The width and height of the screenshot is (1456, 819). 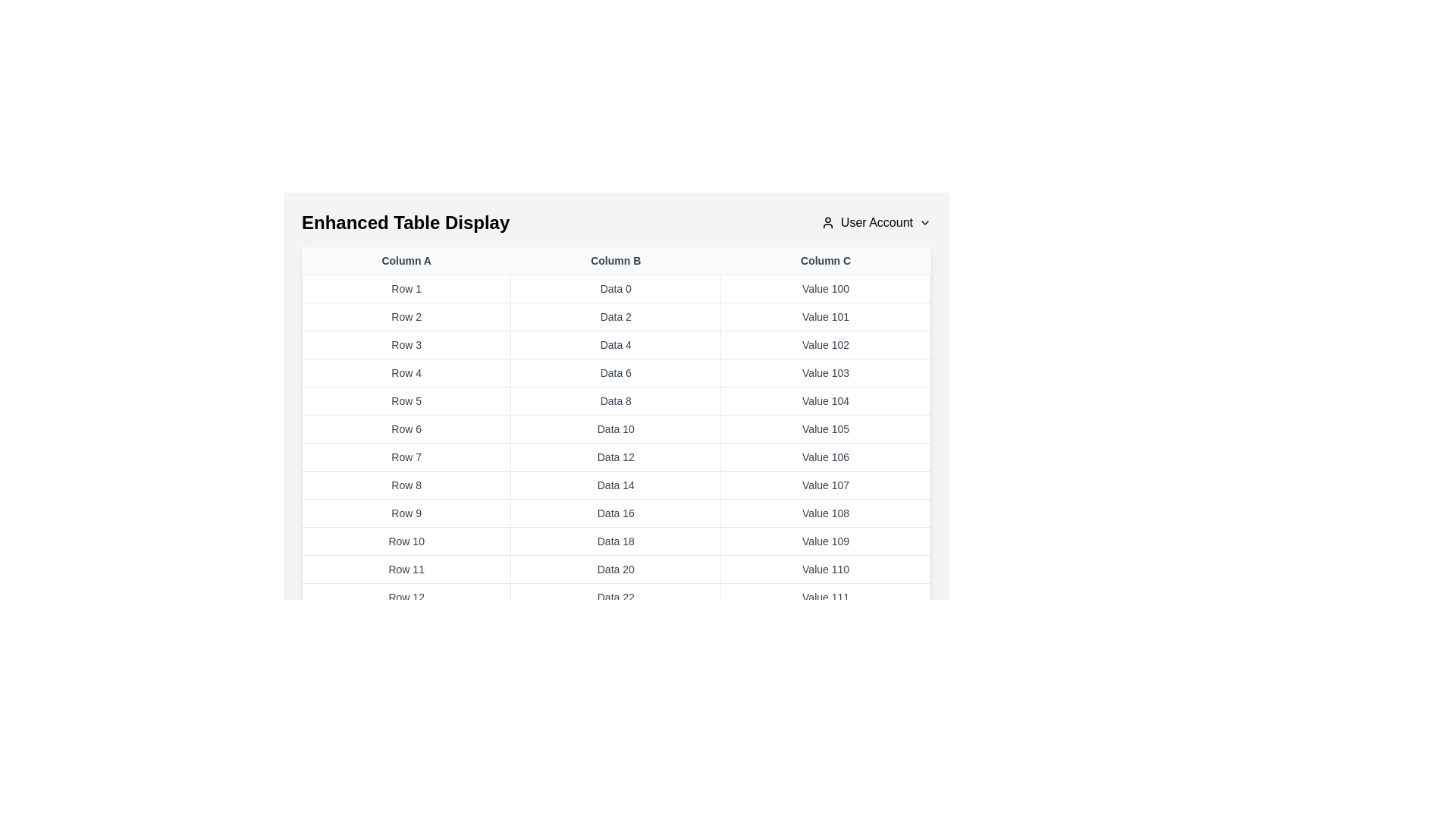 I want to click on the column header Column B to sort or interact with the column, so click(x=615, y=259).